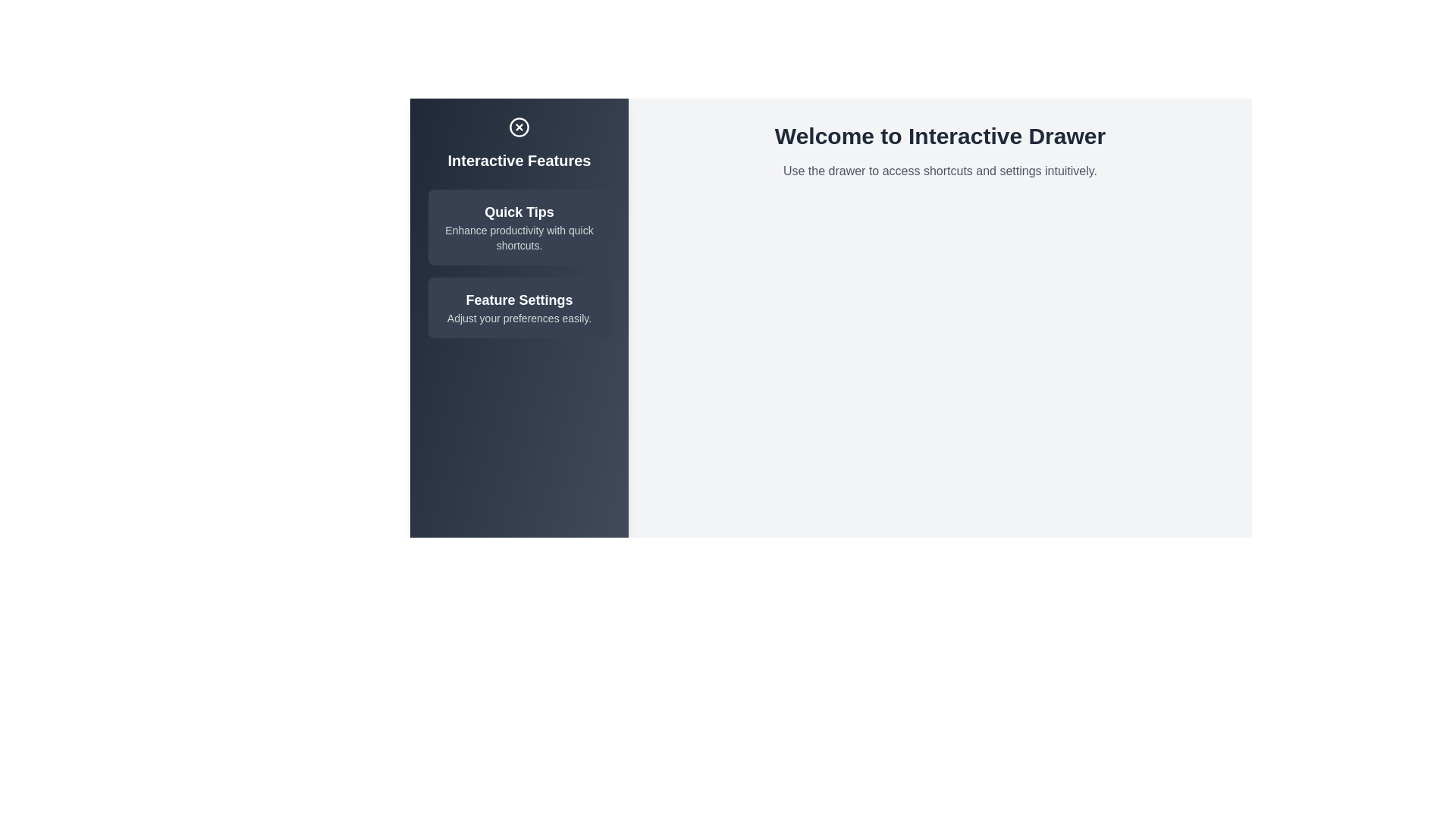  What do you see at coordinates (519, 227) in the screenshot?
I see `the list item 'Quick Tips' to view its hover effect` at bounding box center [519, 227].